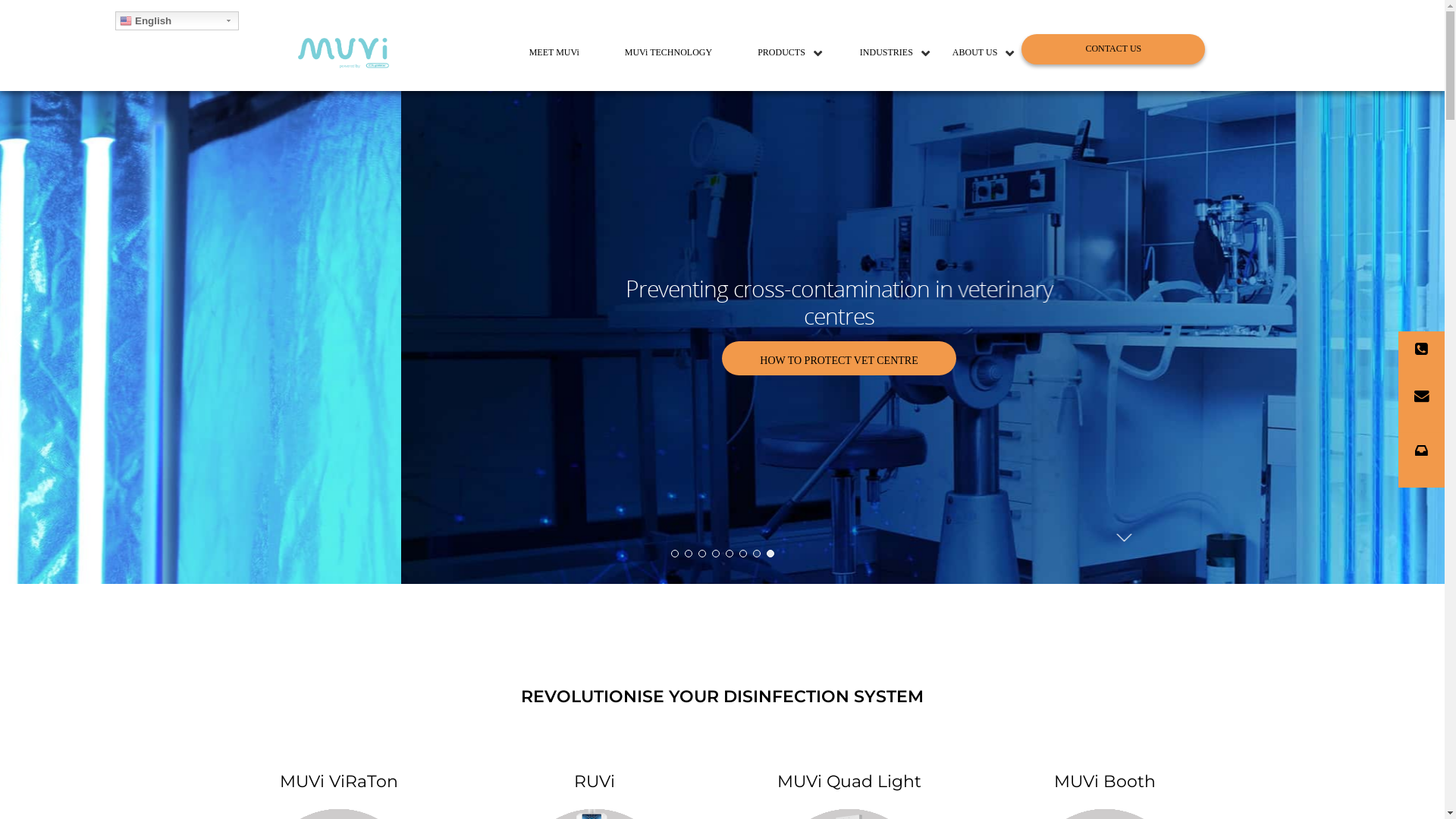  What do you see at coordinates (974, 52) in the screenshot?
I see `'ABOUT US'` at bounding box center [974, 52].